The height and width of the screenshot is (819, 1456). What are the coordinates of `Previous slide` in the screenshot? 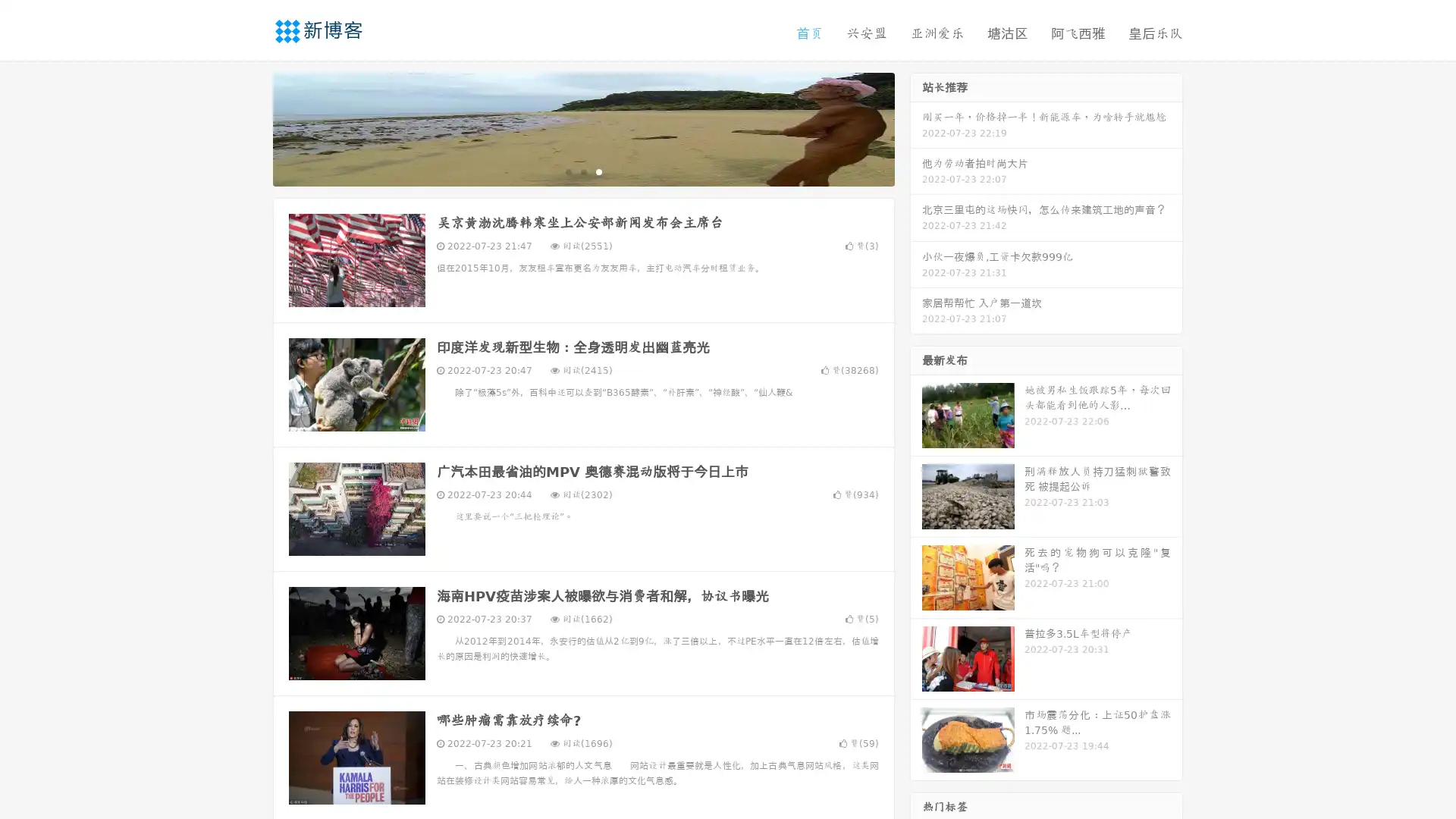 It's located at (250, 127).